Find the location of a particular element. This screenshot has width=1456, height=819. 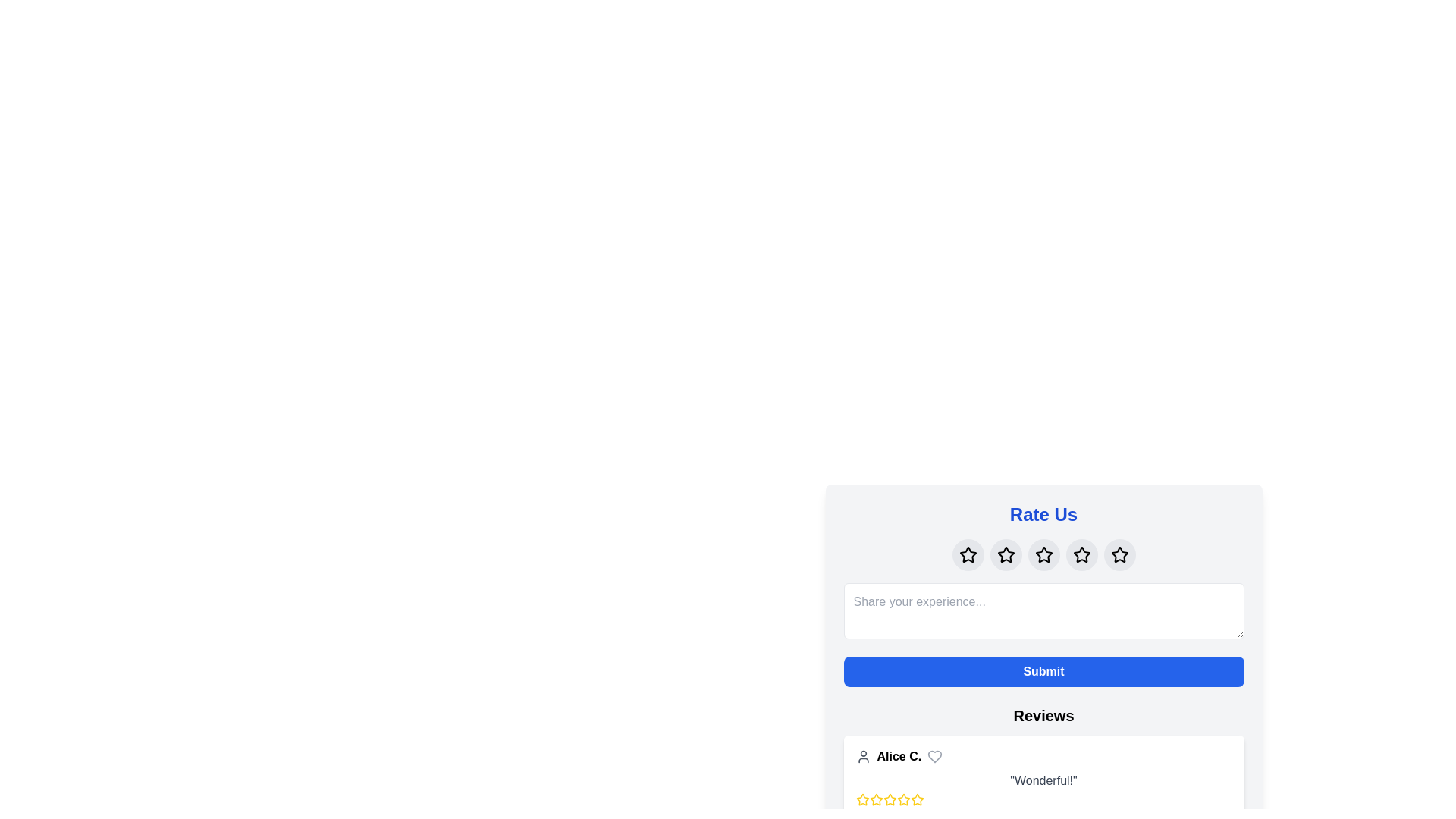

the fourth star-shaped Rating Button with a soft gray textured background located beneath the 'Rate Us' heading is located at coordinates (1081, 555).